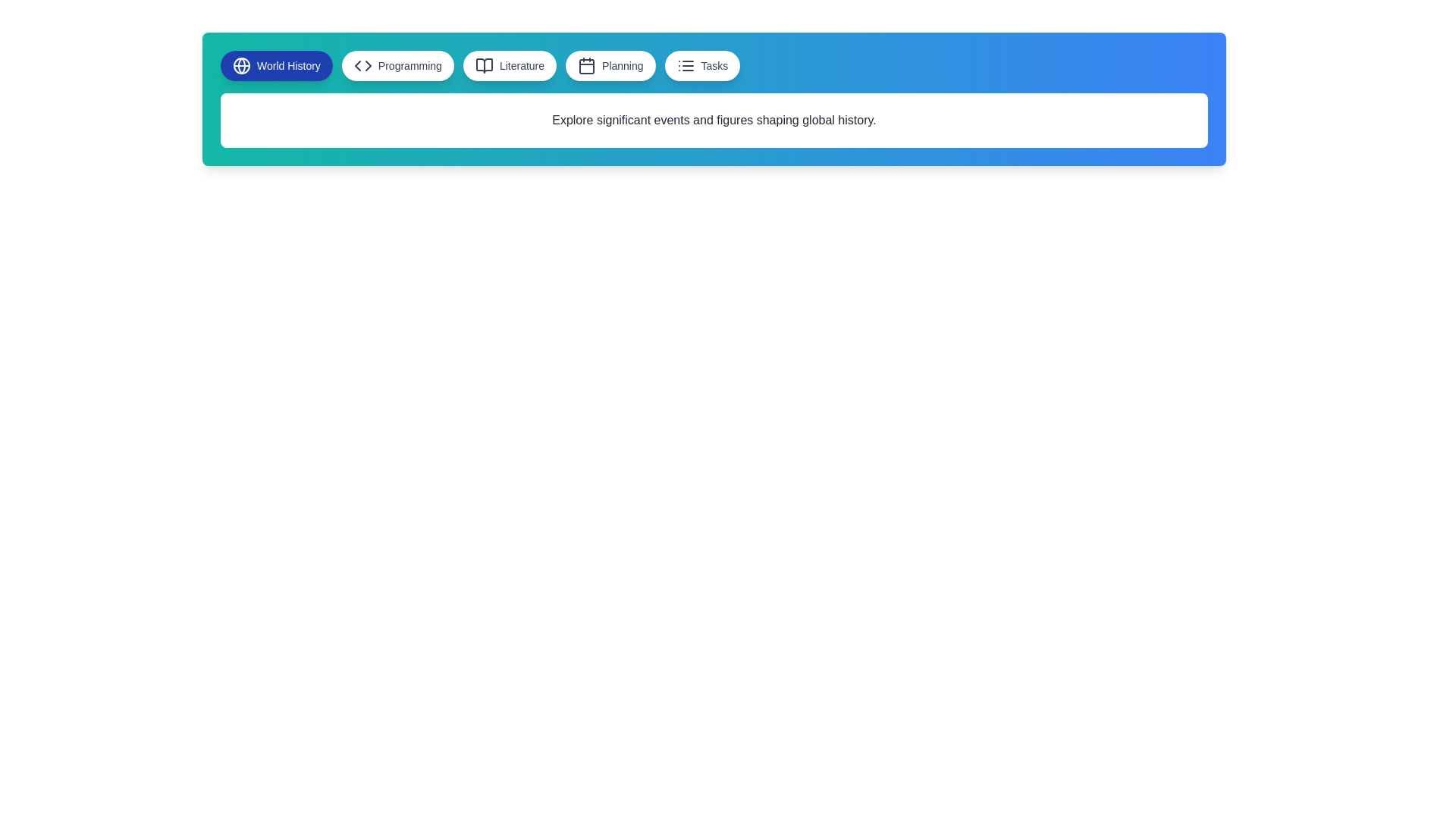 Image resolution: width=1456 pixels, height=819 pixels. I want to click on the button labeled World History to observe the hover effect, so click(276, 65).